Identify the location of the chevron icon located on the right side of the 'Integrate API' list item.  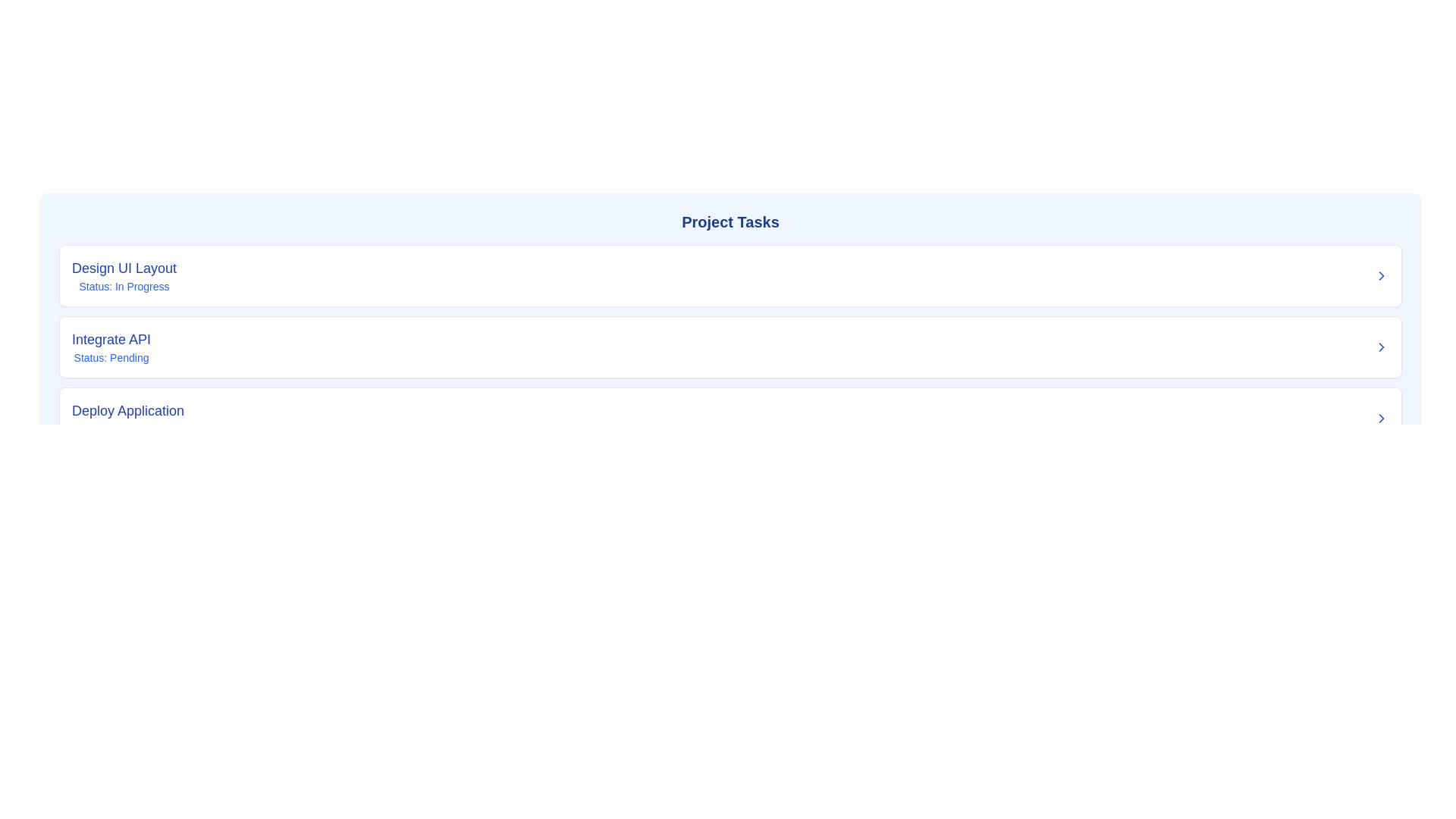
(1382, 347).